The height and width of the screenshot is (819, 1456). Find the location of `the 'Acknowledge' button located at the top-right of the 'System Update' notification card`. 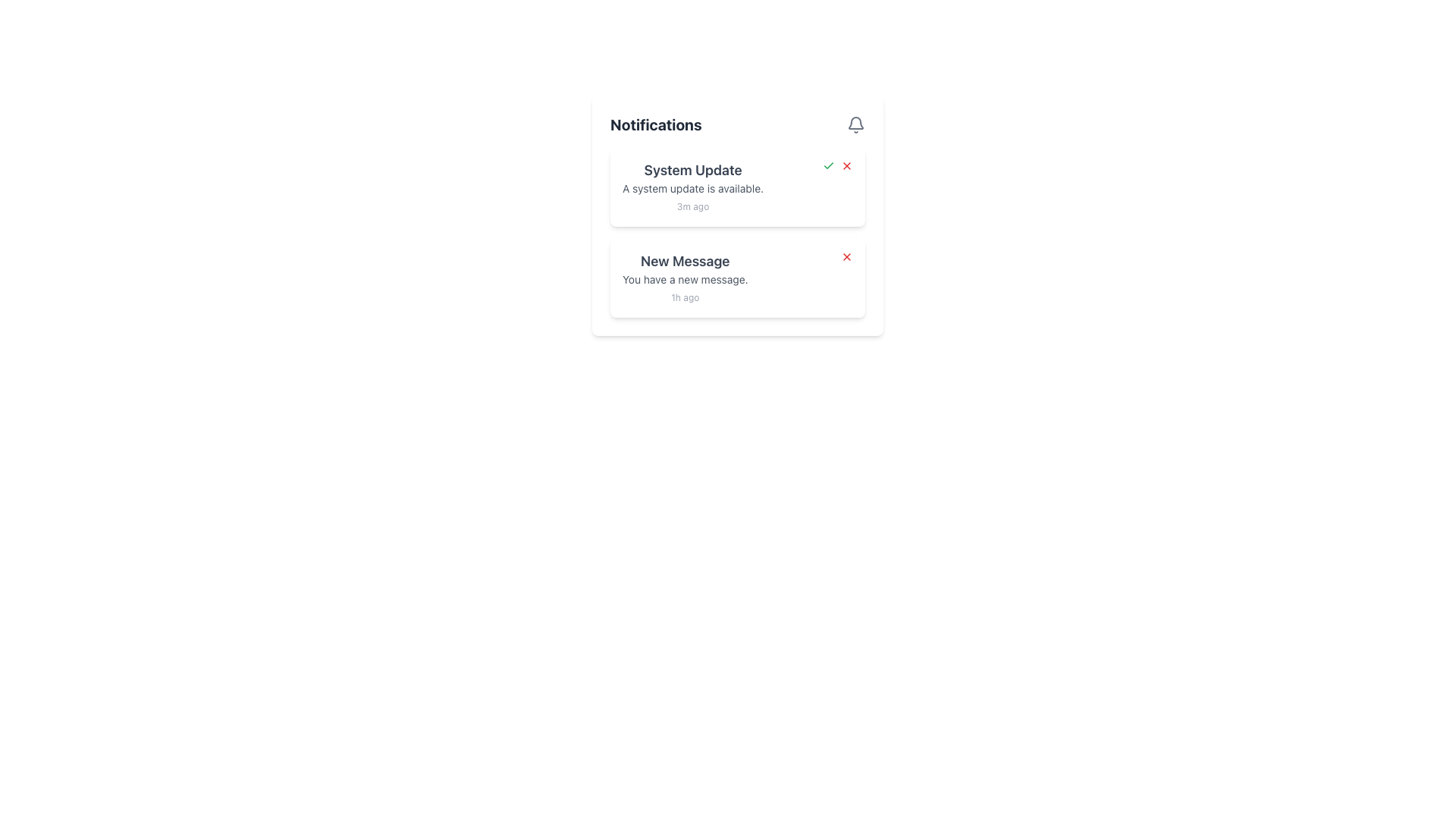

the 'Acknowledge' button located at the top-right of the 'System Update' notification card is located at coordinates (828, 166).